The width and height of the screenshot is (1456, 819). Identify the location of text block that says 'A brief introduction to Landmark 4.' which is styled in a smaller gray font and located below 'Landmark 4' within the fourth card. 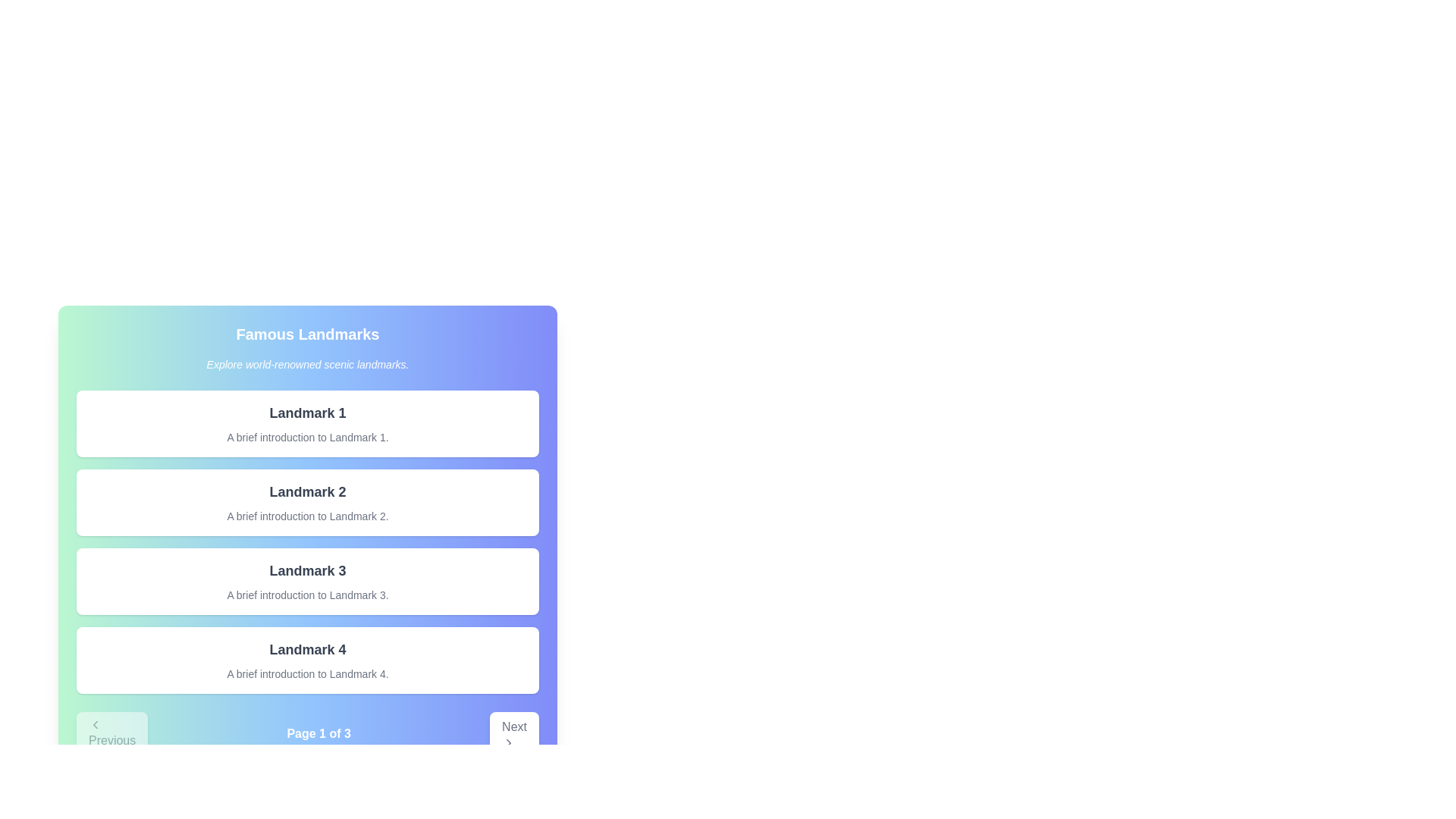
(307, 673).